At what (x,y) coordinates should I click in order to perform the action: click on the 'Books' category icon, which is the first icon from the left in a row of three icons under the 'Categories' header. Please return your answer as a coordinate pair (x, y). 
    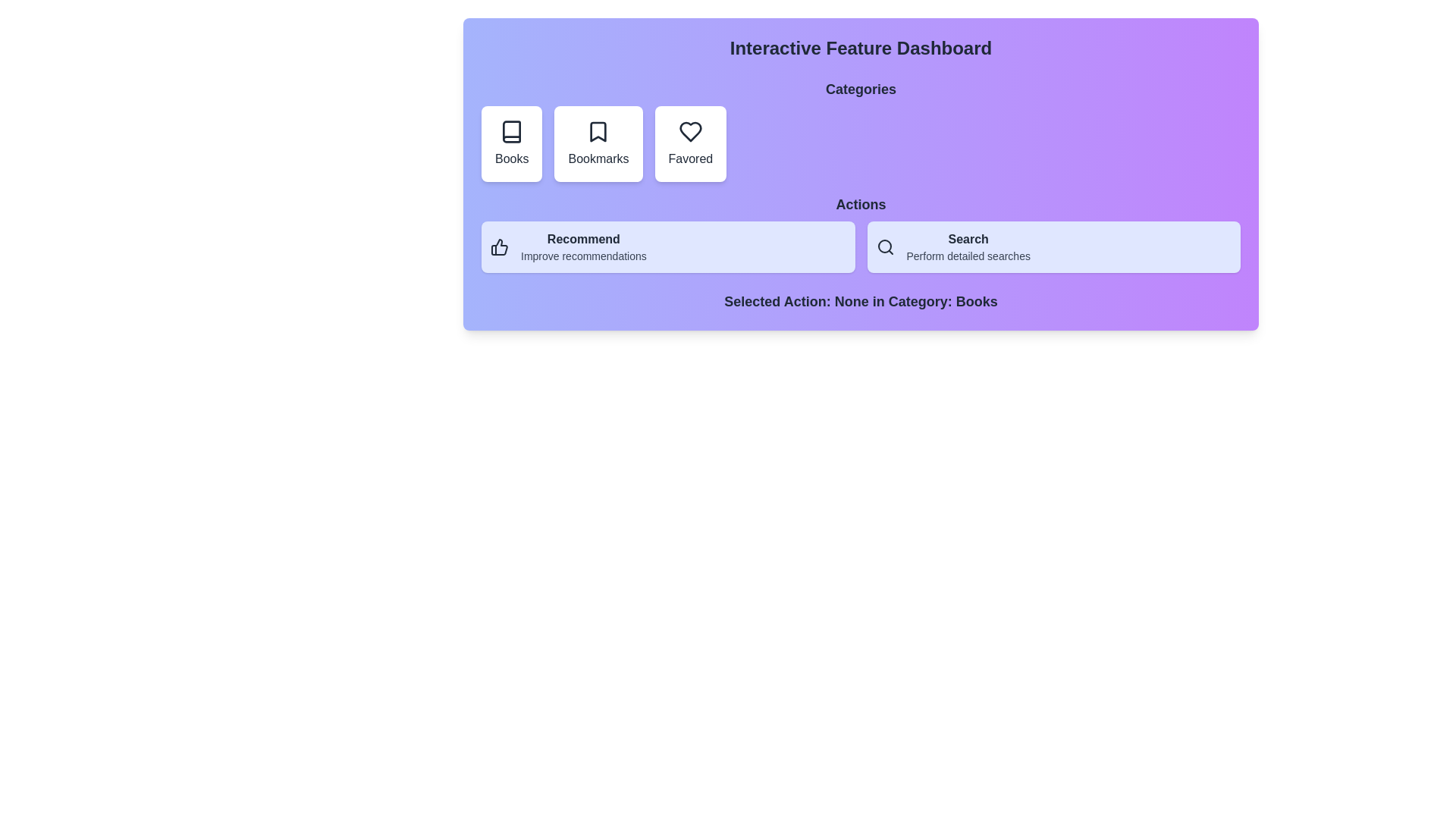
    Looking at the image, I should click on (512, 130).